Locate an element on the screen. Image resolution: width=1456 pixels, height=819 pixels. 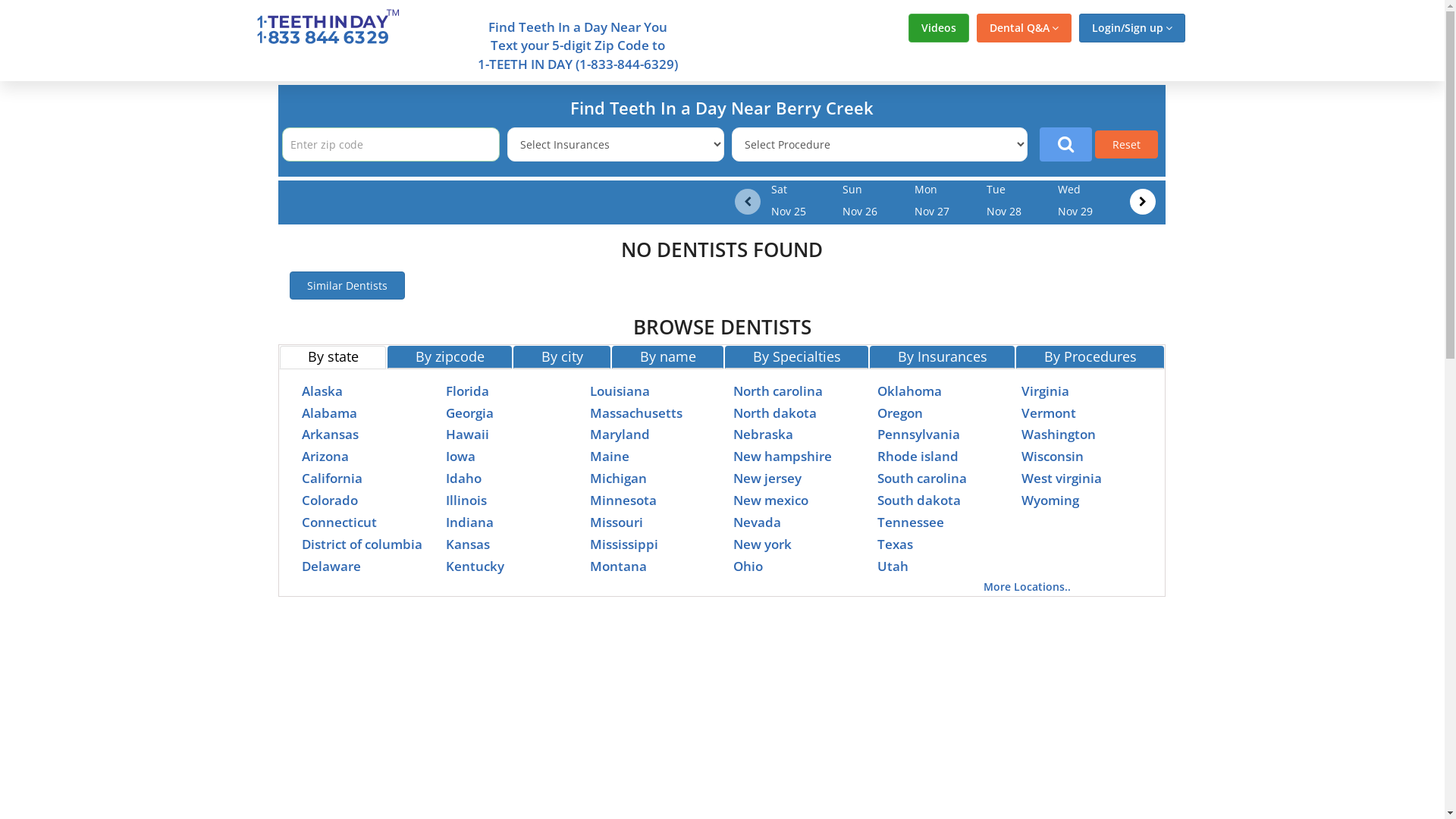
'Arkansas' is located at coordinates (329, 434).